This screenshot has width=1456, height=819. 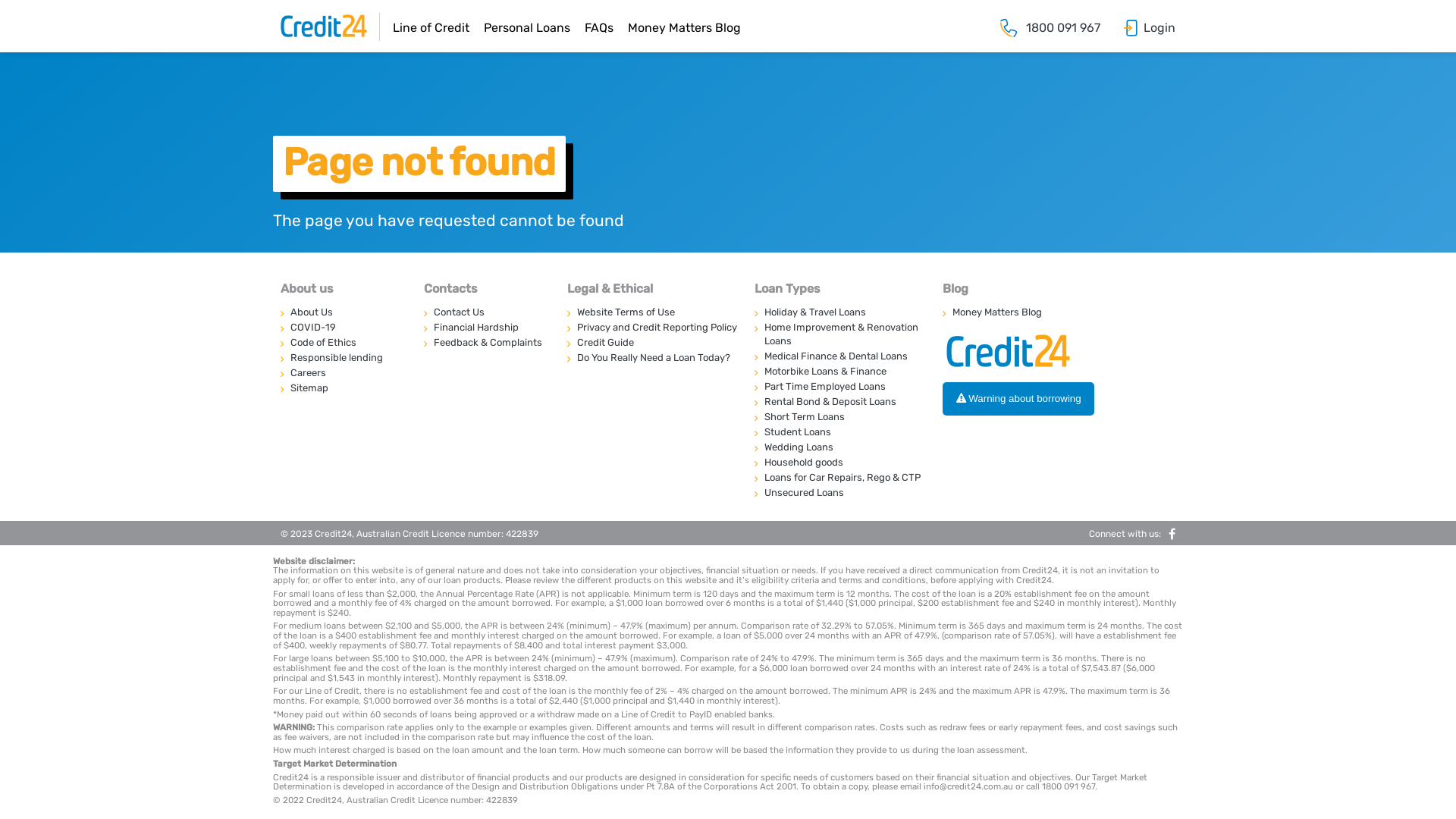 What do you see at coordinates (342, 373) in the screenshot?
I see `'Careers'` at bounding box center [342, 373].